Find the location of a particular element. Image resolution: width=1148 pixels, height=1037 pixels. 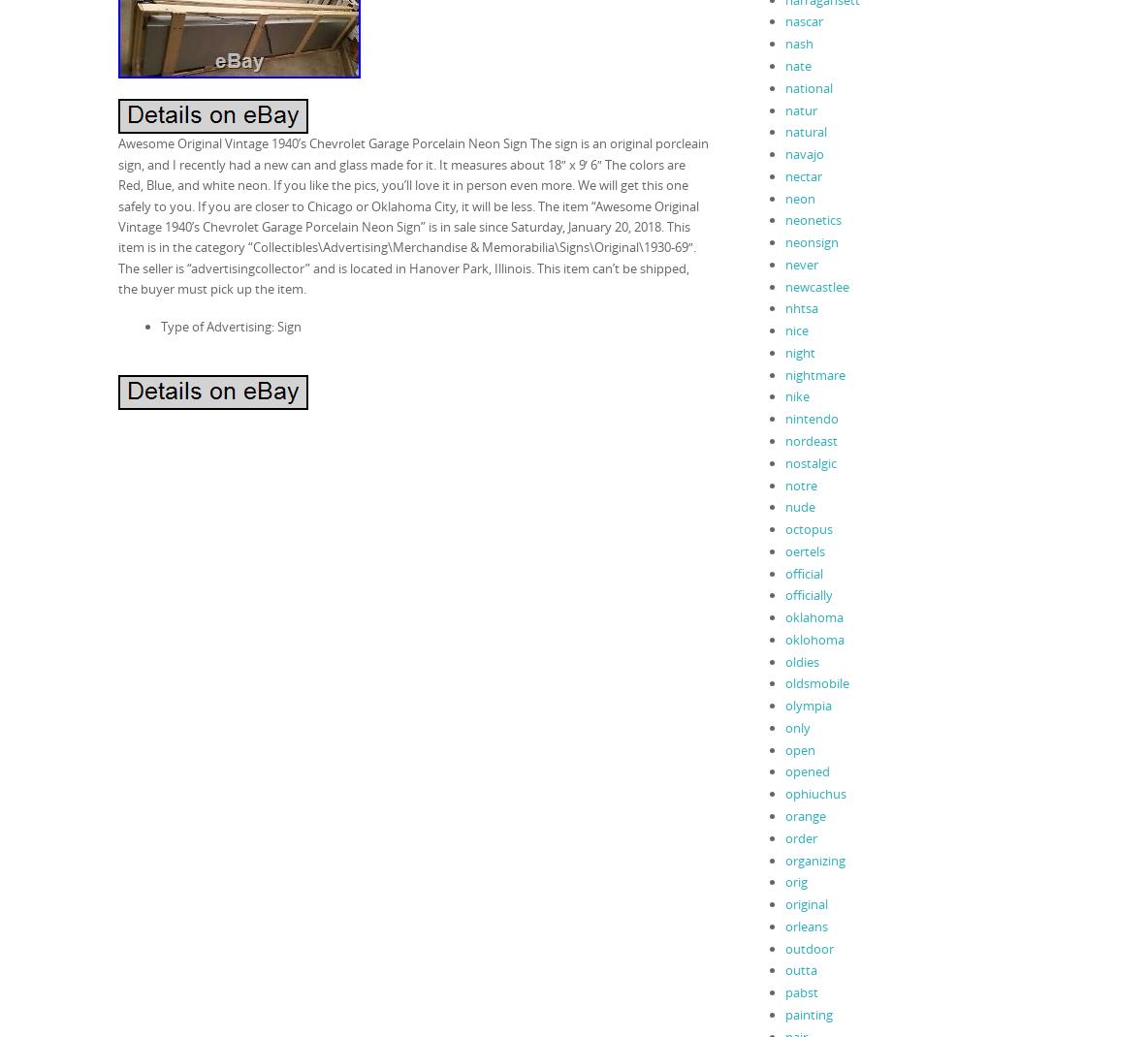

'oldies' is located at coordinates (783, 661).